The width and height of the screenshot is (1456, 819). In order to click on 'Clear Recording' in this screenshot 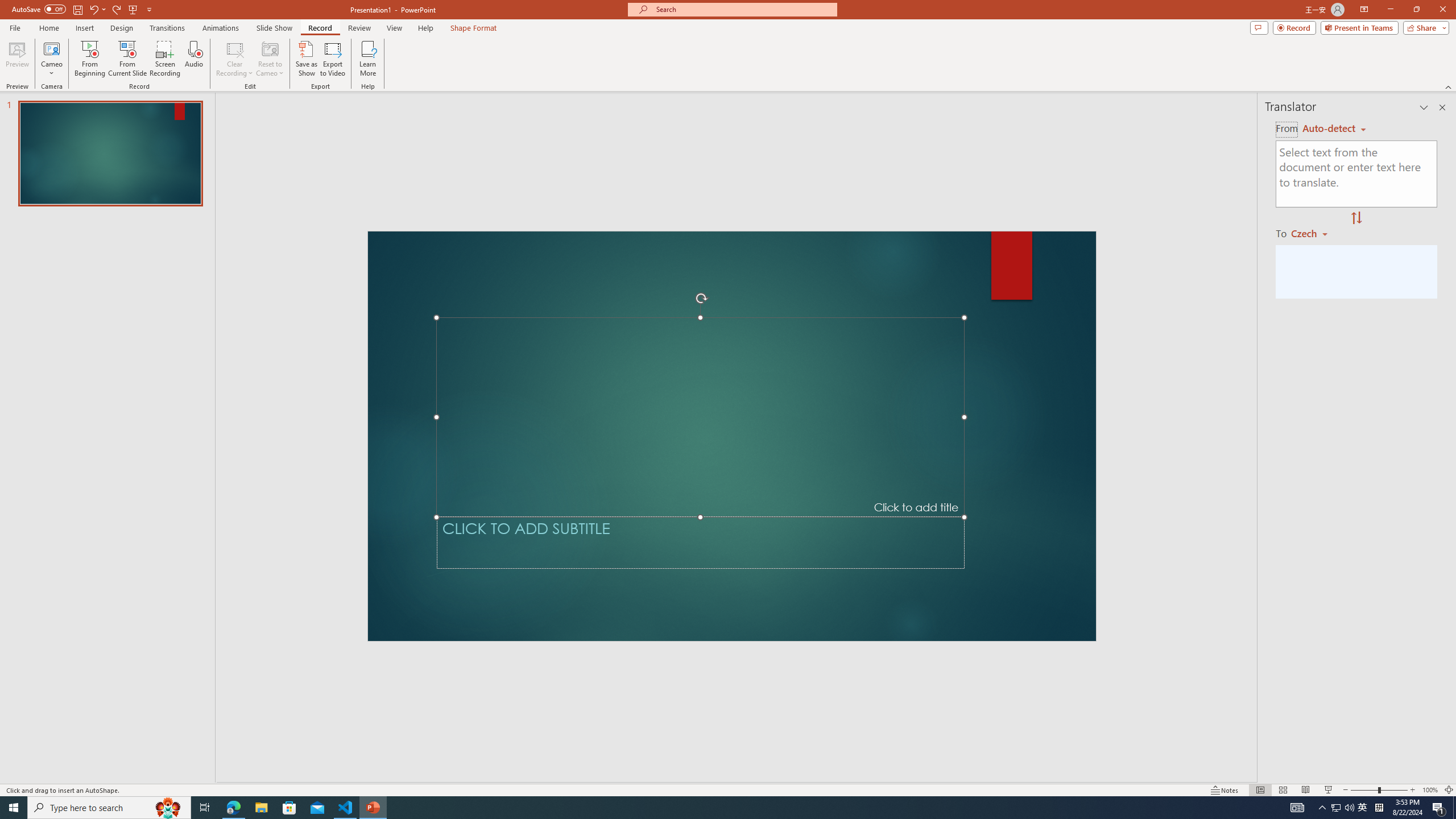, I will do `click(234, 59)`.